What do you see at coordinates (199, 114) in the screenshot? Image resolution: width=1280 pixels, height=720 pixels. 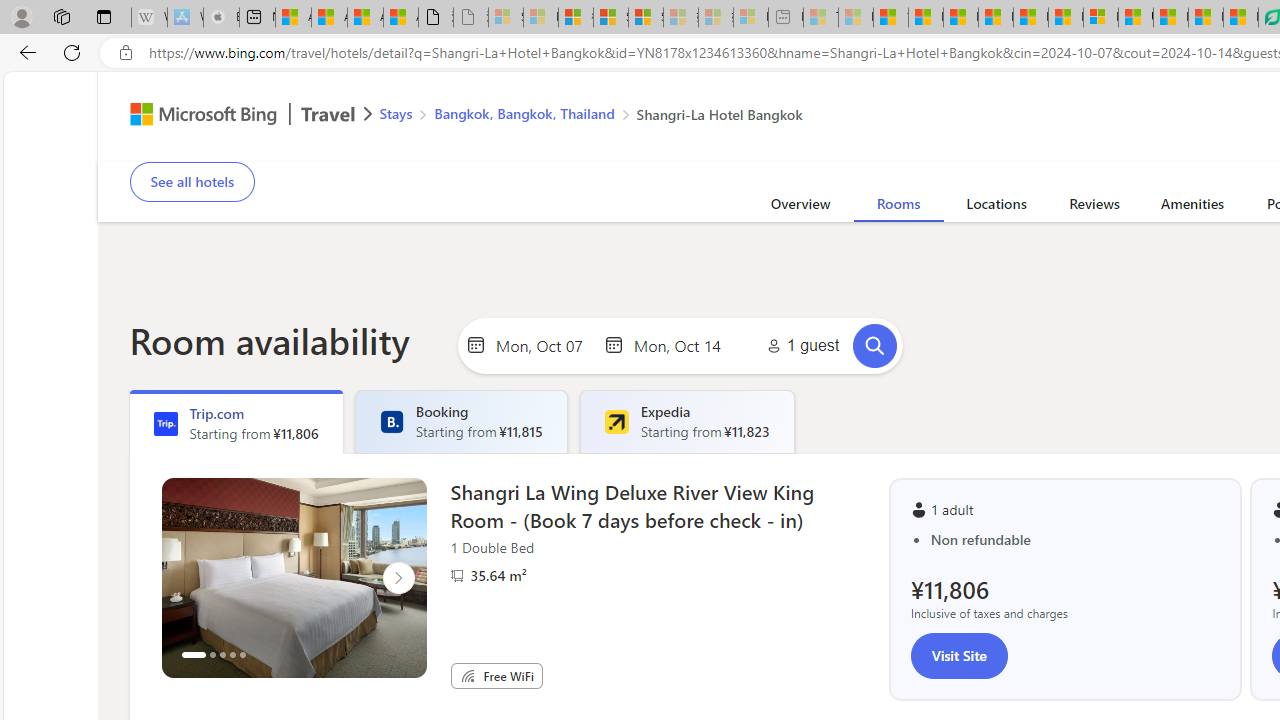 I see `'Class: msft-bing-logo msft-bing-logo-desktop'` at bounding box center [199, 114].